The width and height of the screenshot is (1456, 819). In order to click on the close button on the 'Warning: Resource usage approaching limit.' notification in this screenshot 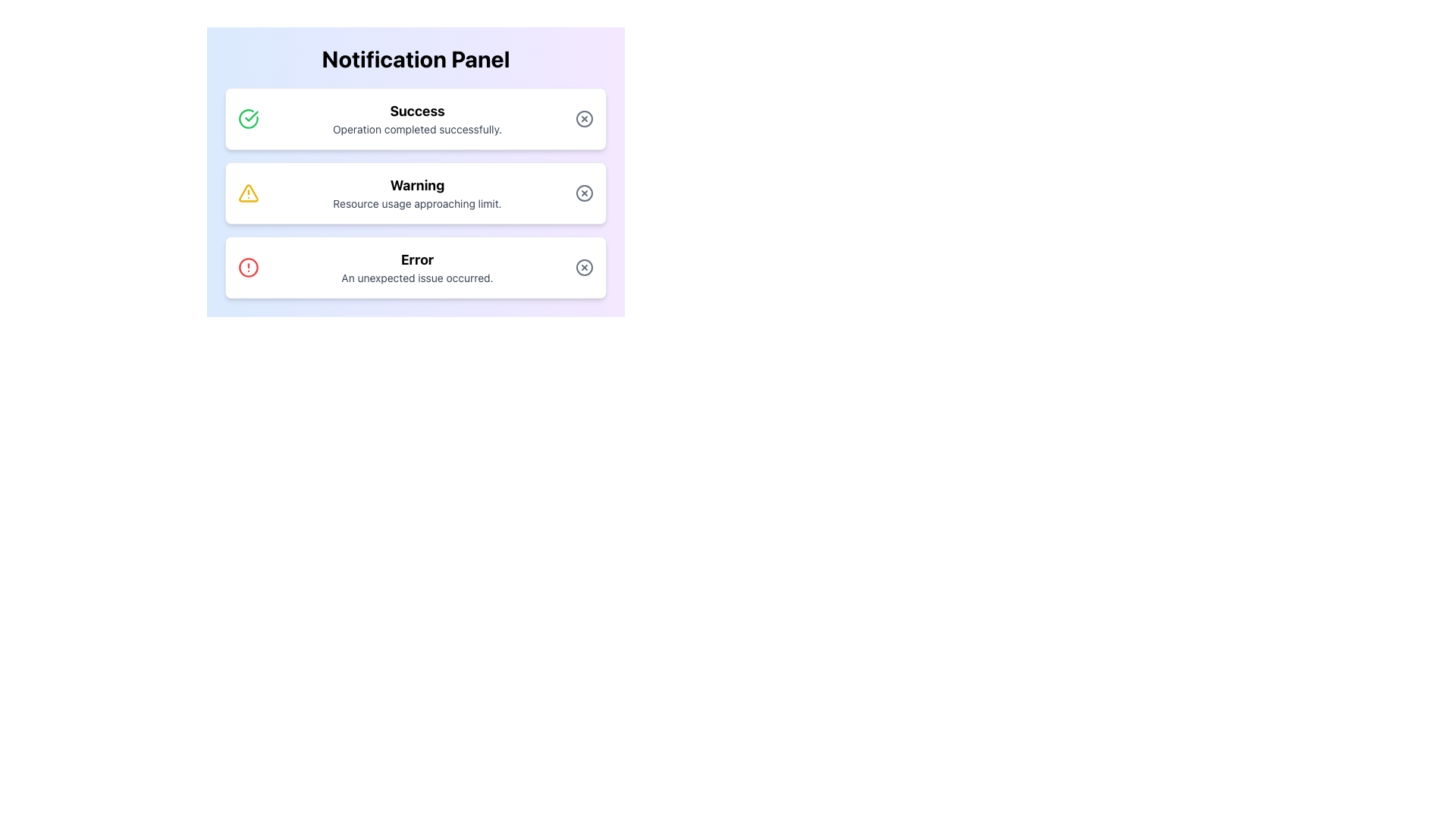, I will do `click(584, 192)`.